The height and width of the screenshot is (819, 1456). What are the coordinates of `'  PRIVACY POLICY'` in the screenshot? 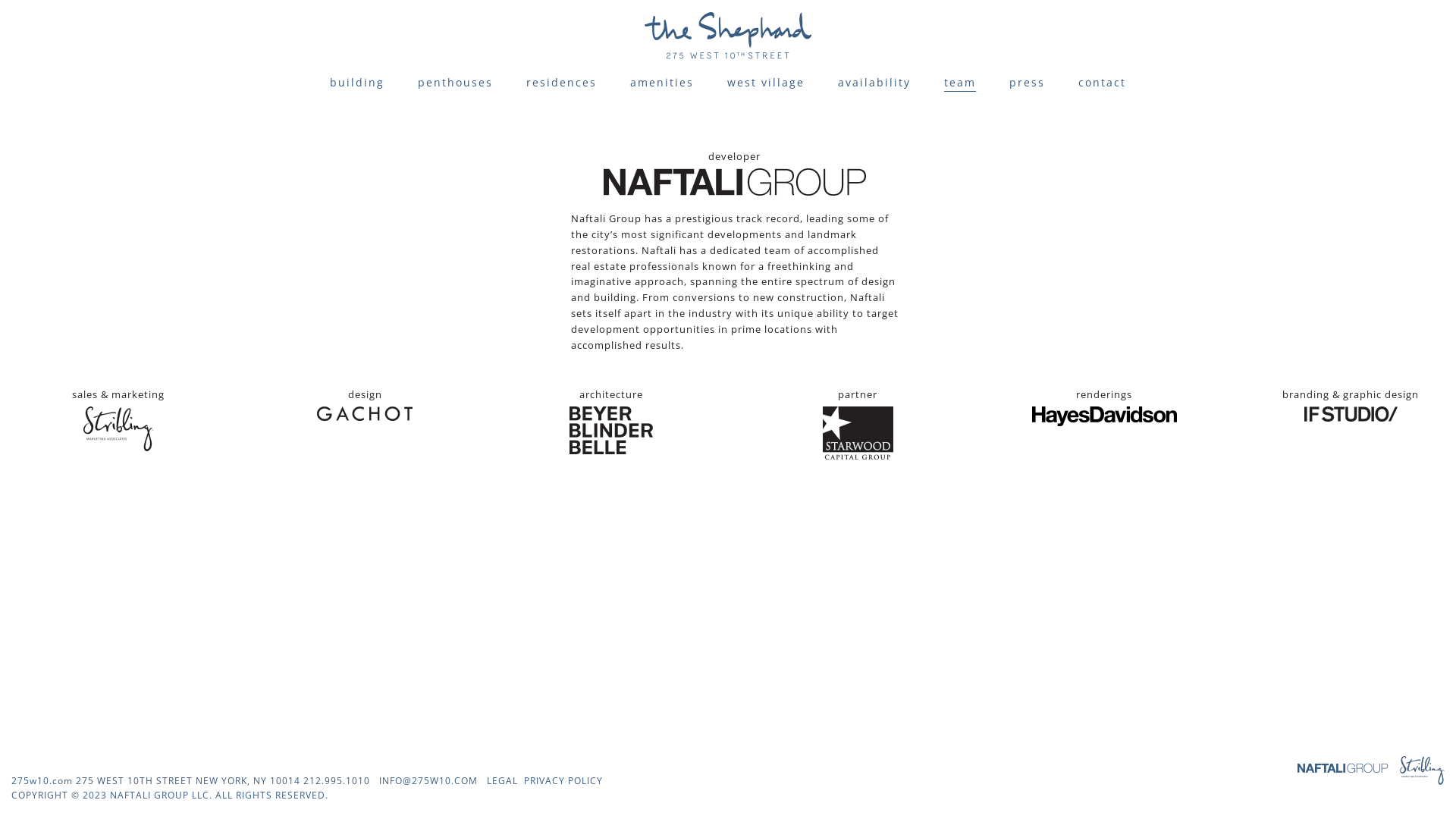 It's located at (560, 780).